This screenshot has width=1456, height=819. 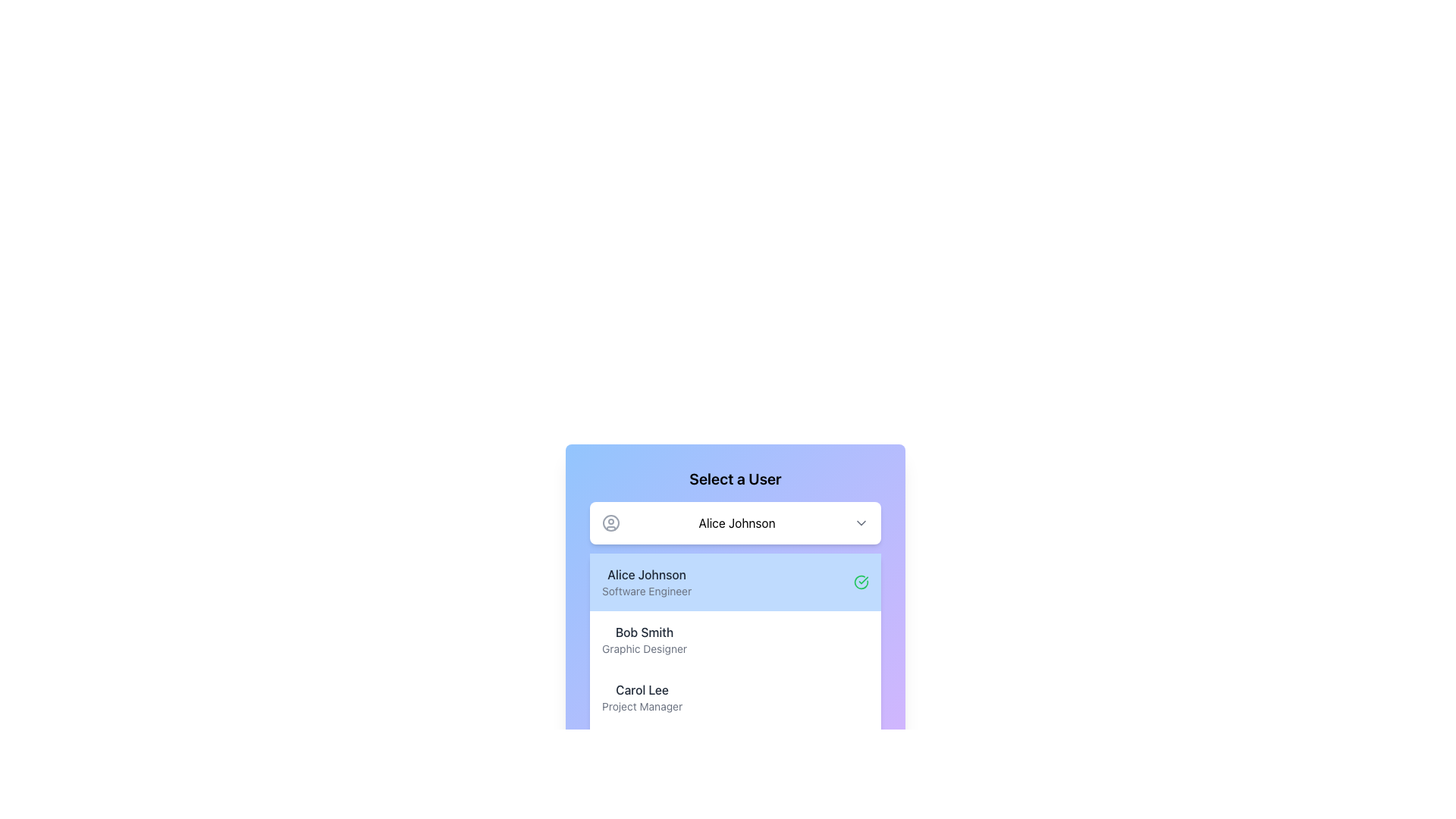 I want to click on the text label displaying 'Bob Smith', which is centrally aligned in the 'Select a User' interface and styled in medium font weight with dark gray color, so click(x=644, y=632).